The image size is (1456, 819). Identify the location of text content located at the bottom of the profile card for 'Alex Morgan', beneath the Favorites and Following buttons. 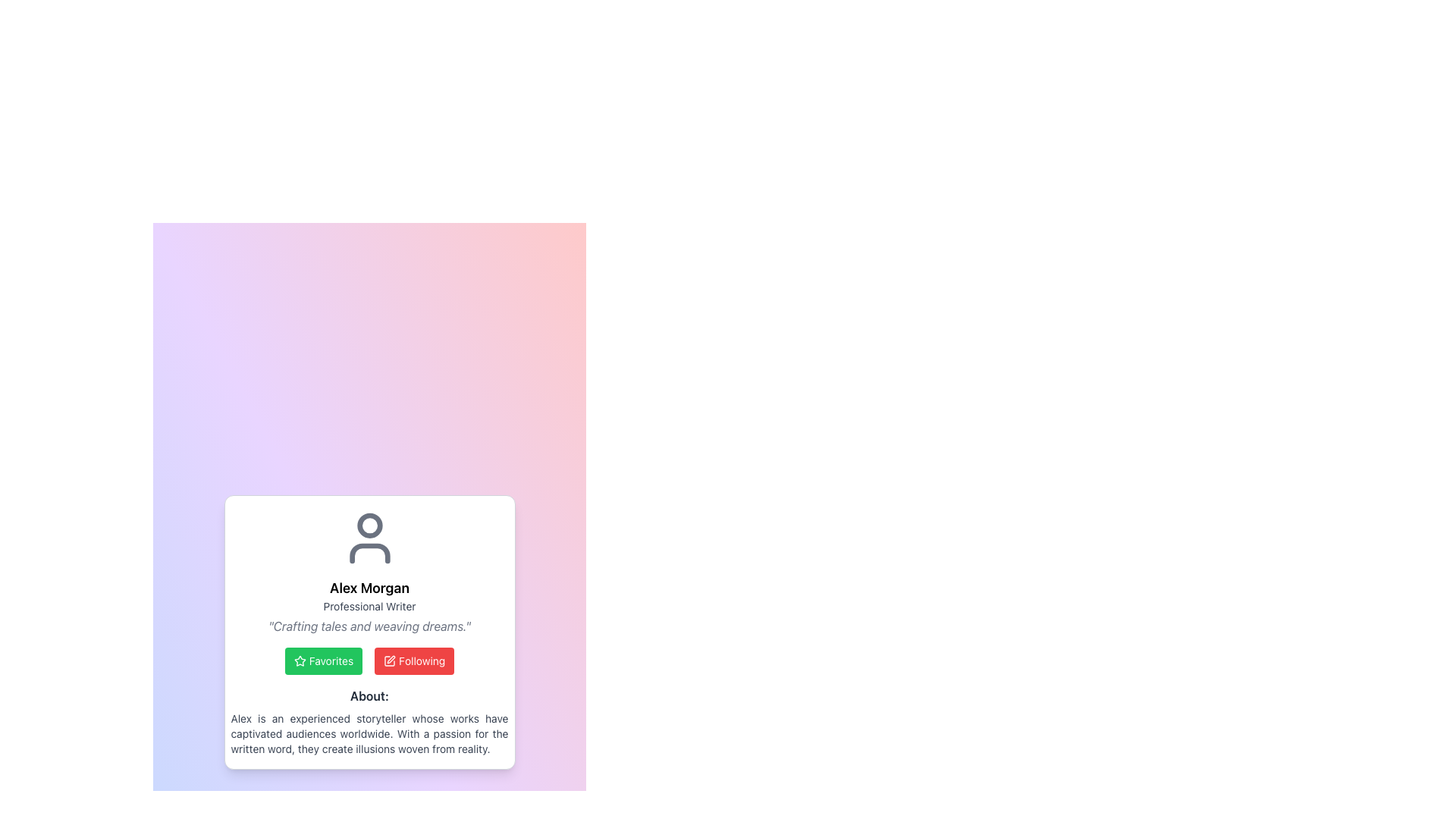
(369, 721).